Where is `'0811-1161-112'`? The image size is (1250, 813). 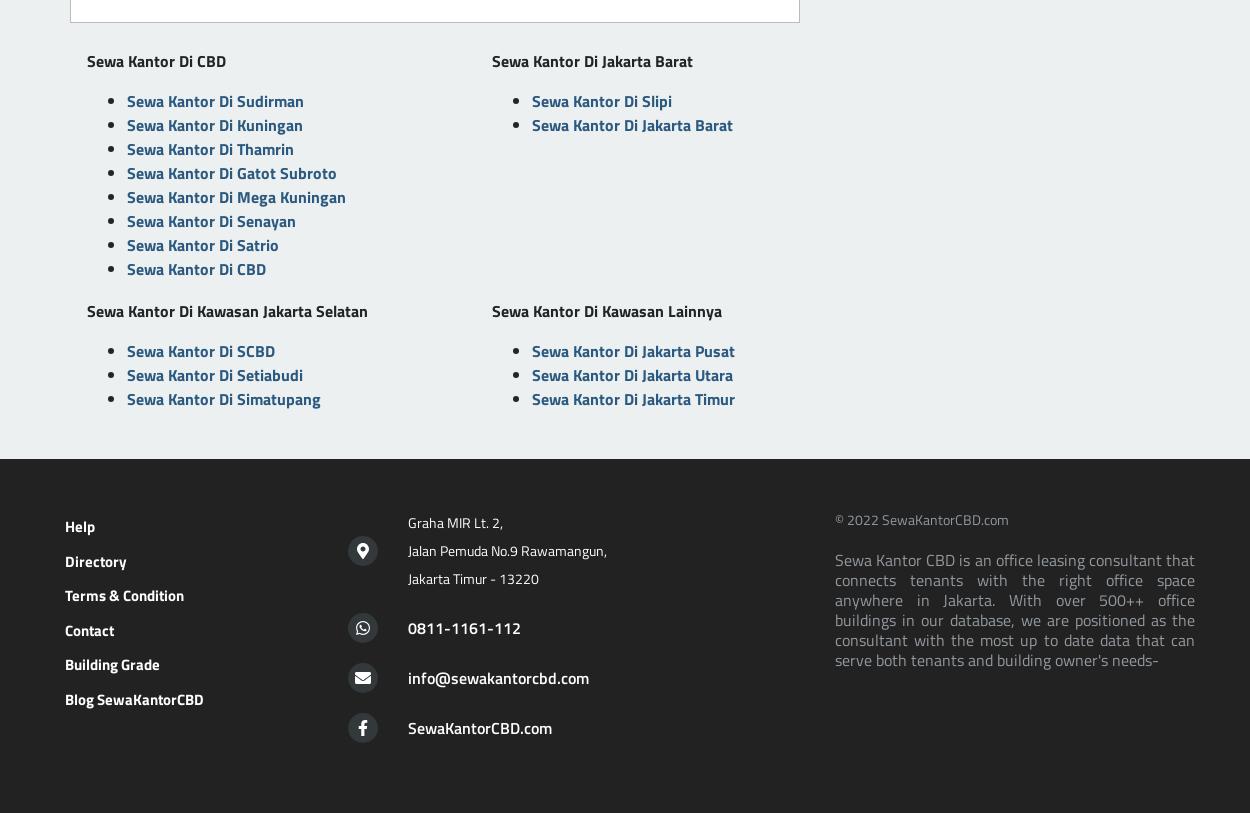 '0811-1161-112' is located at coordinates (407, 627).